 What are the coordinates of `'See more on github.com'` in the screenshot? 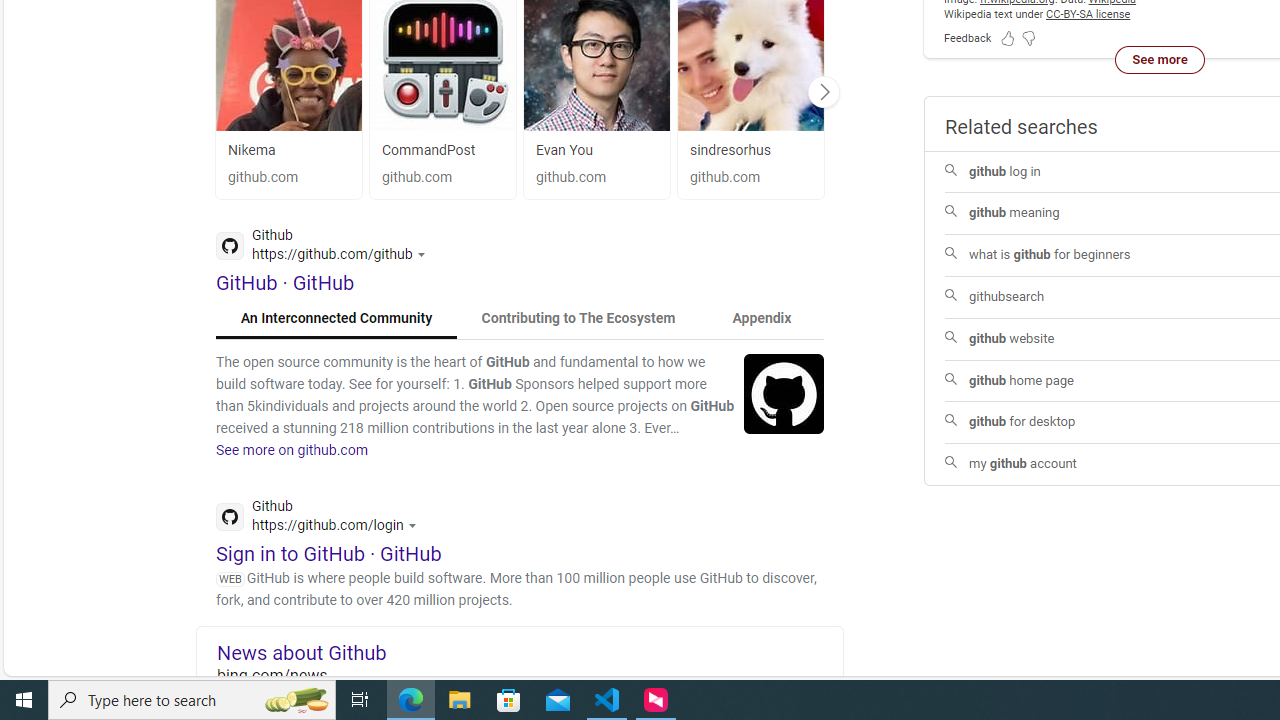 It's located at (291, 450).